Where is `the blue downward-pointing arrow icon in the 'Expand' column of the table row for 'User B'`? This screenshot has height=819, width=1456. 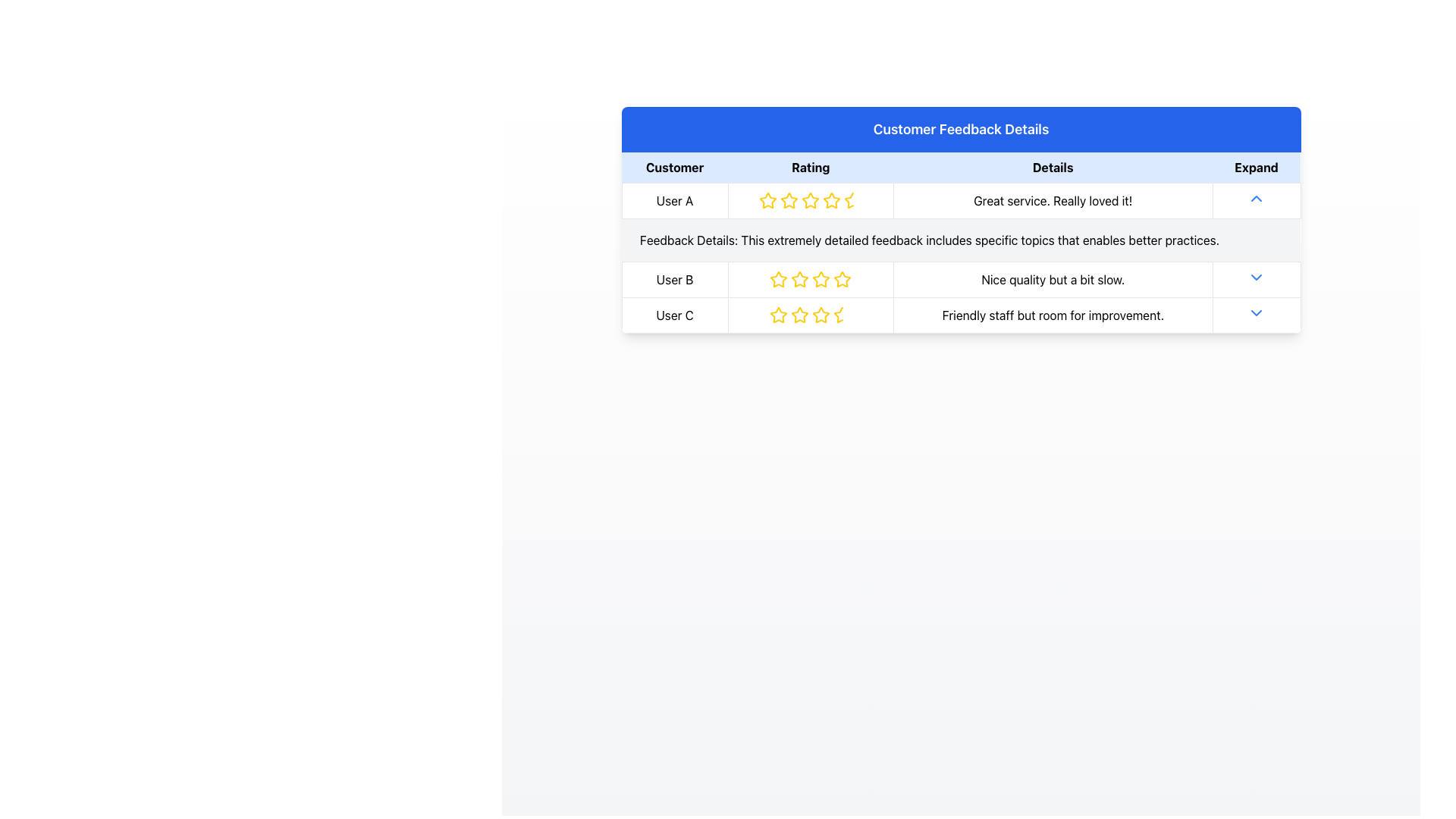 the blue downward-pointing arrow icon in the 'Expand' column of the table row for 'User B' is located at coordinates (1257, 280).